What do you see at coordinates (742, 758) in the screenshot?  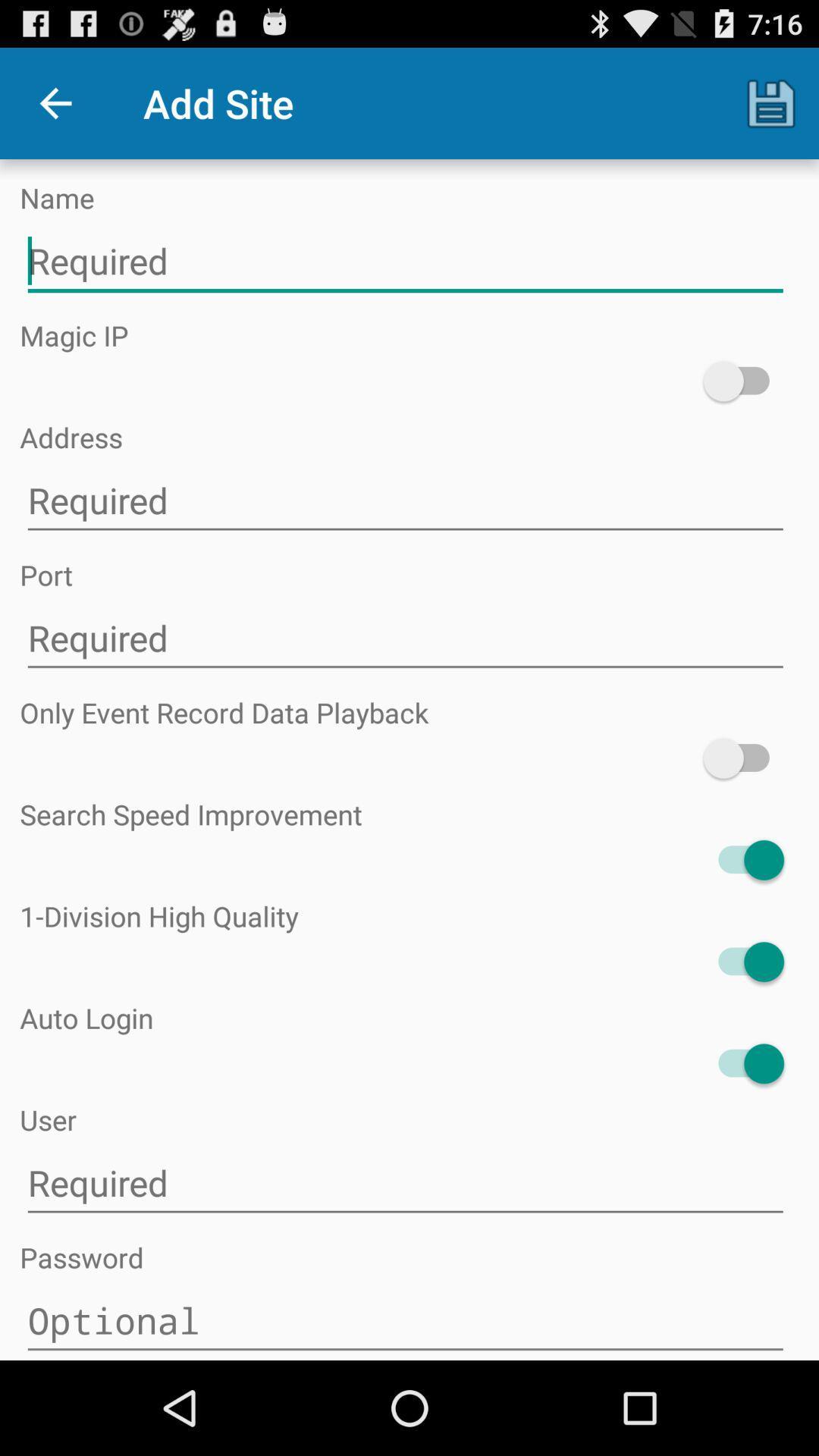 I see `turn on` at bounding box center [742, 758].